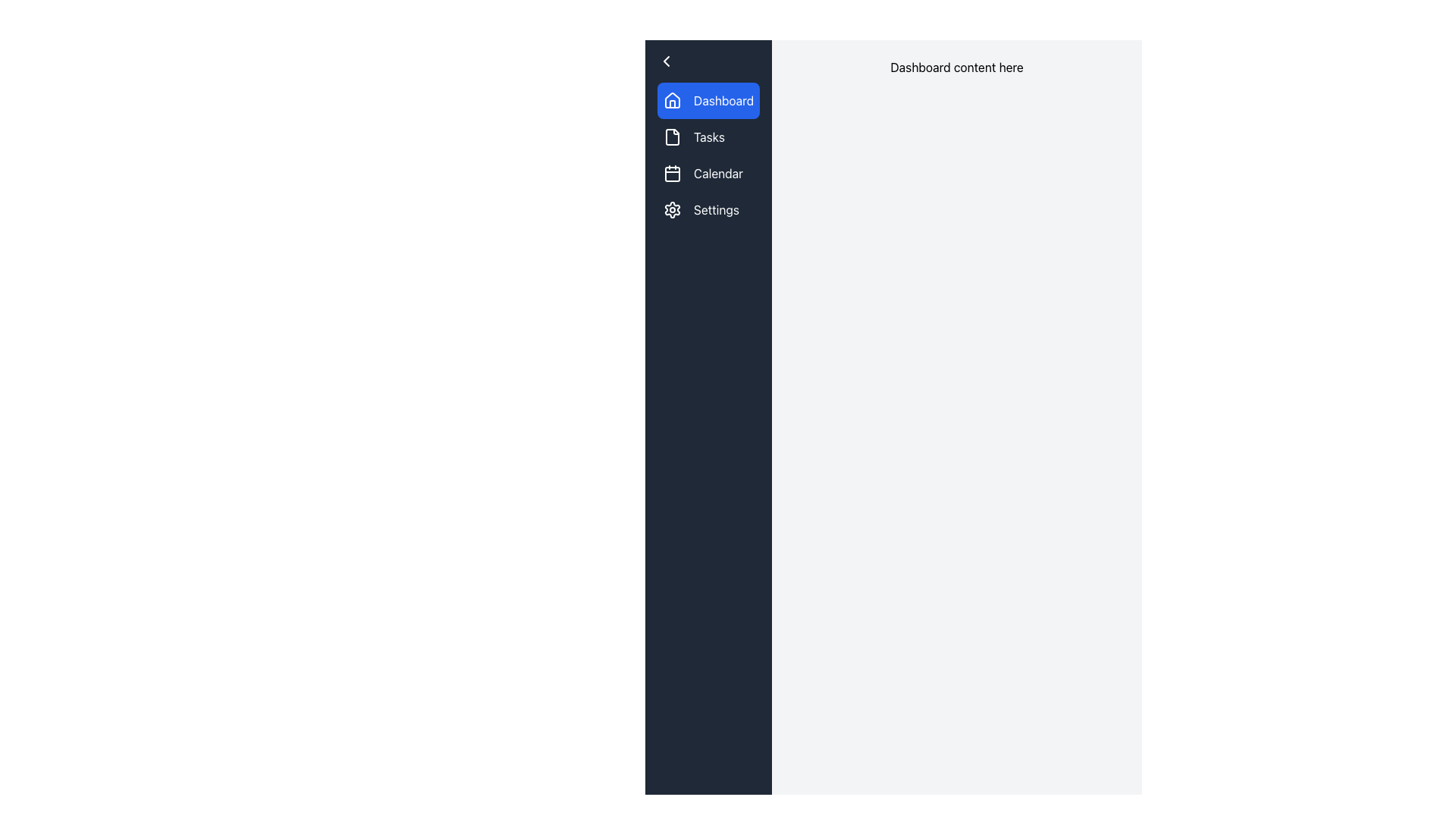  I want to click on the 'Tasks' text label, so click(708, 137).